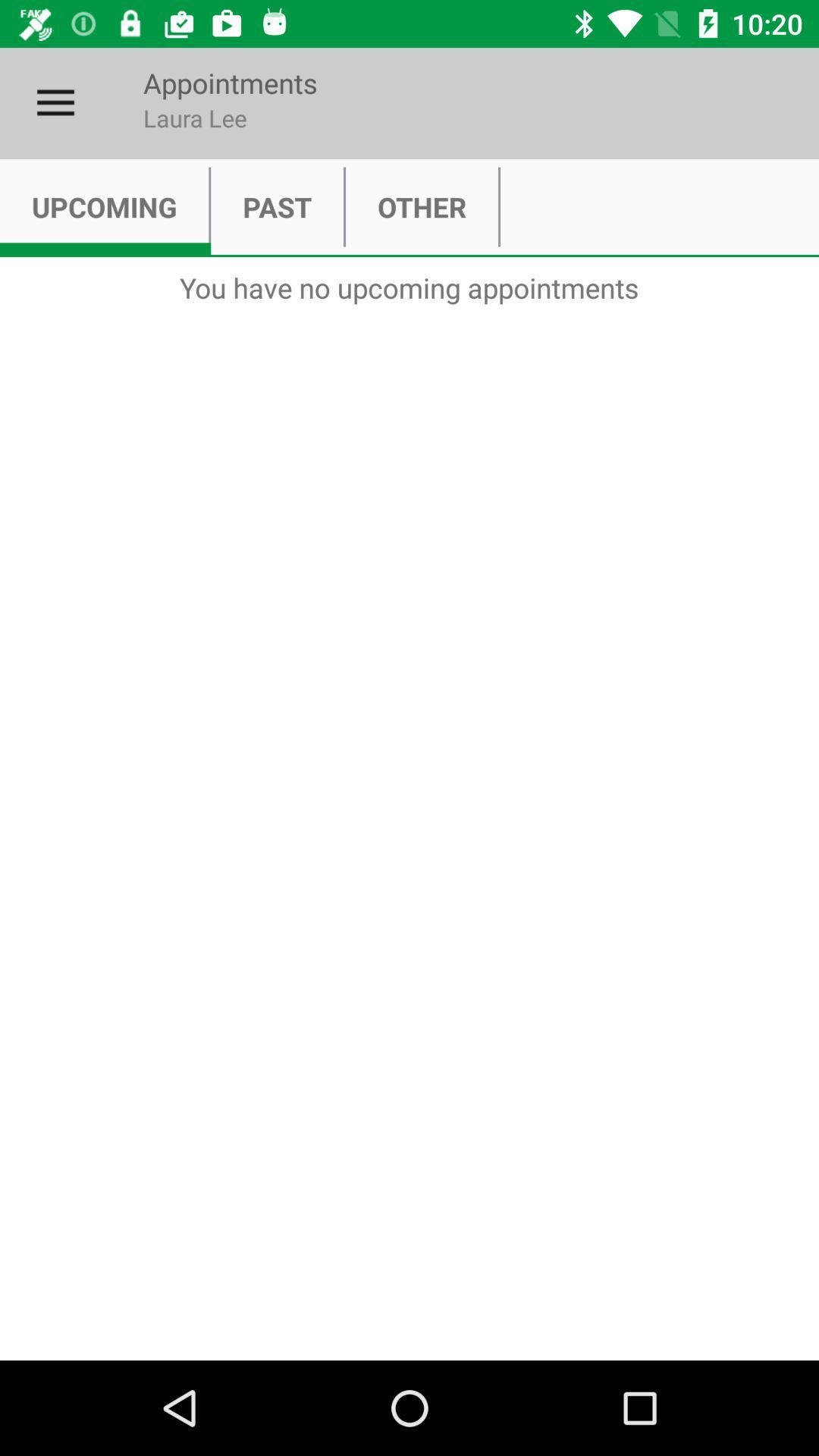 This screenshot has width=819, height=1456. Describe the element at coordinates (55, 102) in the screenshot. I see `the item above upcoming icon` at that location.